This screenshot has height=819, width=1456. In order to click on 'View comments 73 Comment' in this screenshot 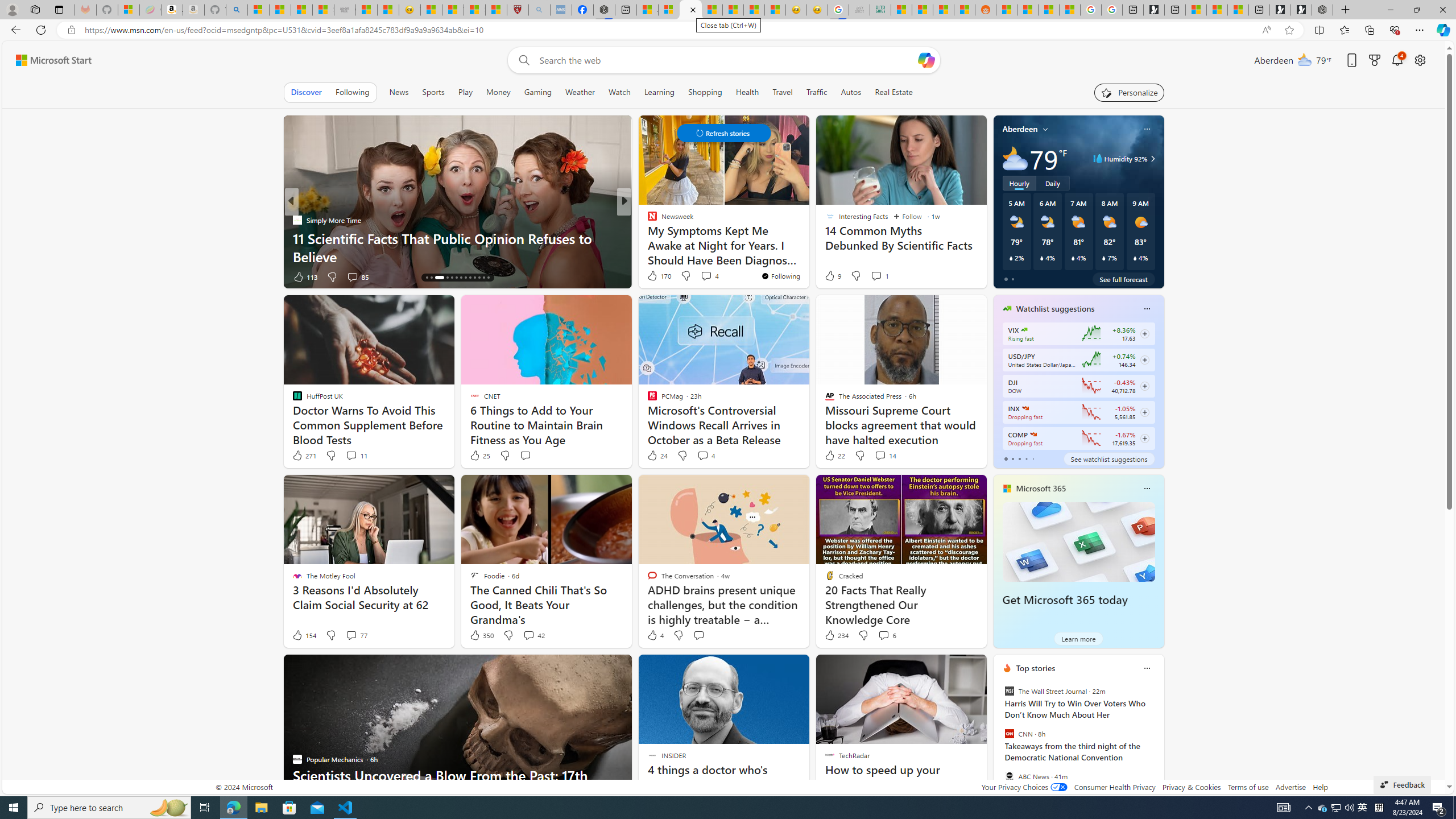, I will do `click(702, 276)`.